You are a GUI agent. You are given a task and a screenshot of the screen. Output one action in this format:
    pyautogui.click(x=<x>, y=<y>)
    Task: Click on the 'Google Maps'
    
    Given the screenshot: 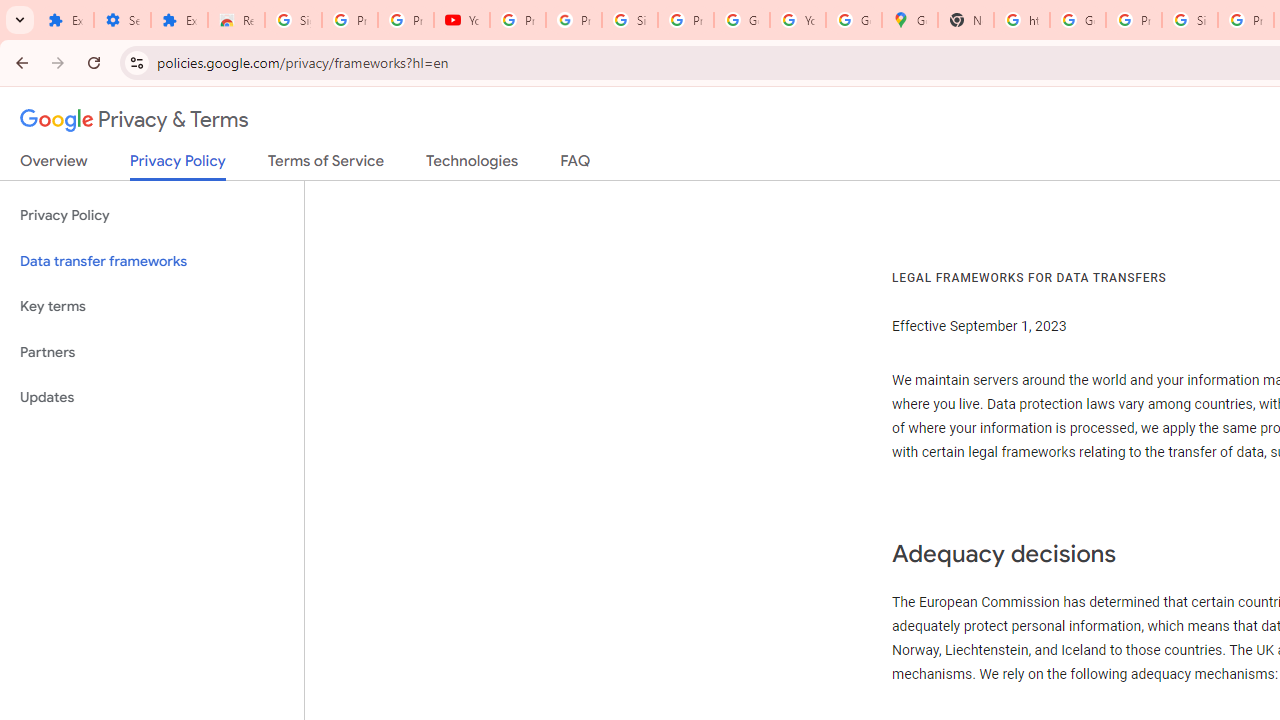 What is the action you would take?
    pyautogui.click(x=909, y=20)
    